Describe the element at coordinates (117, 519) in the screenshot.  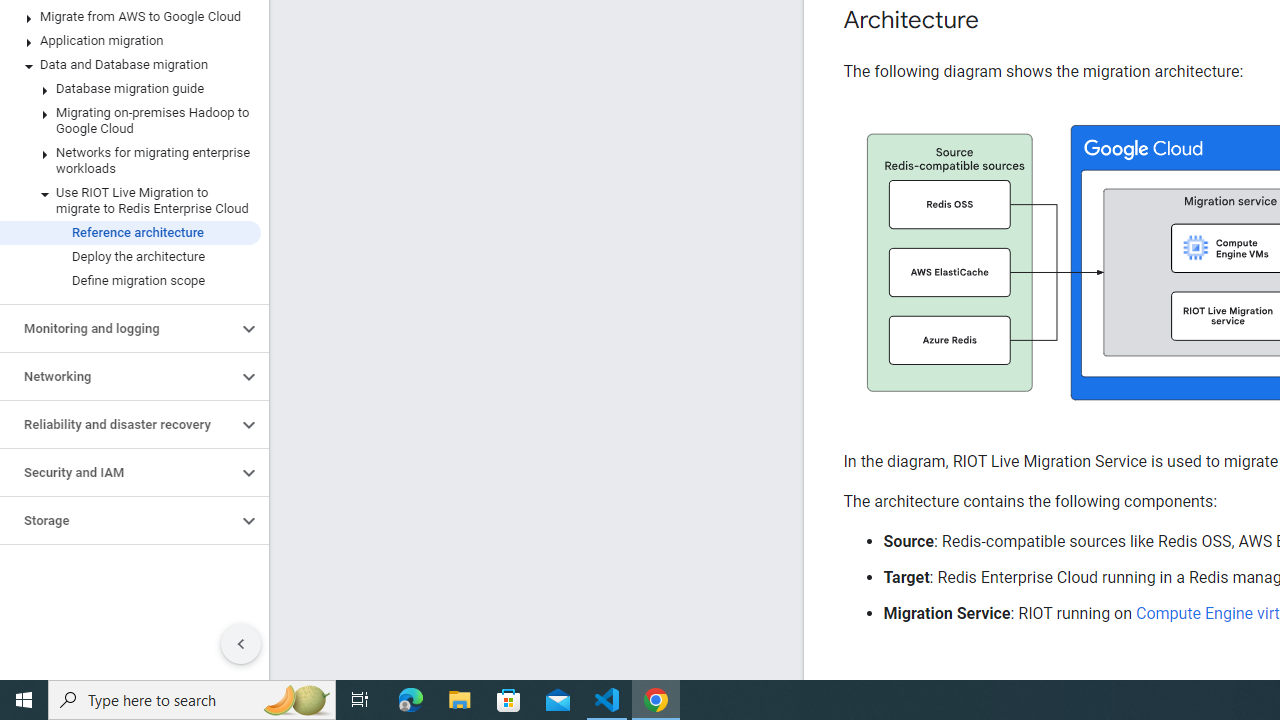
I see `'Storage'` at that location.